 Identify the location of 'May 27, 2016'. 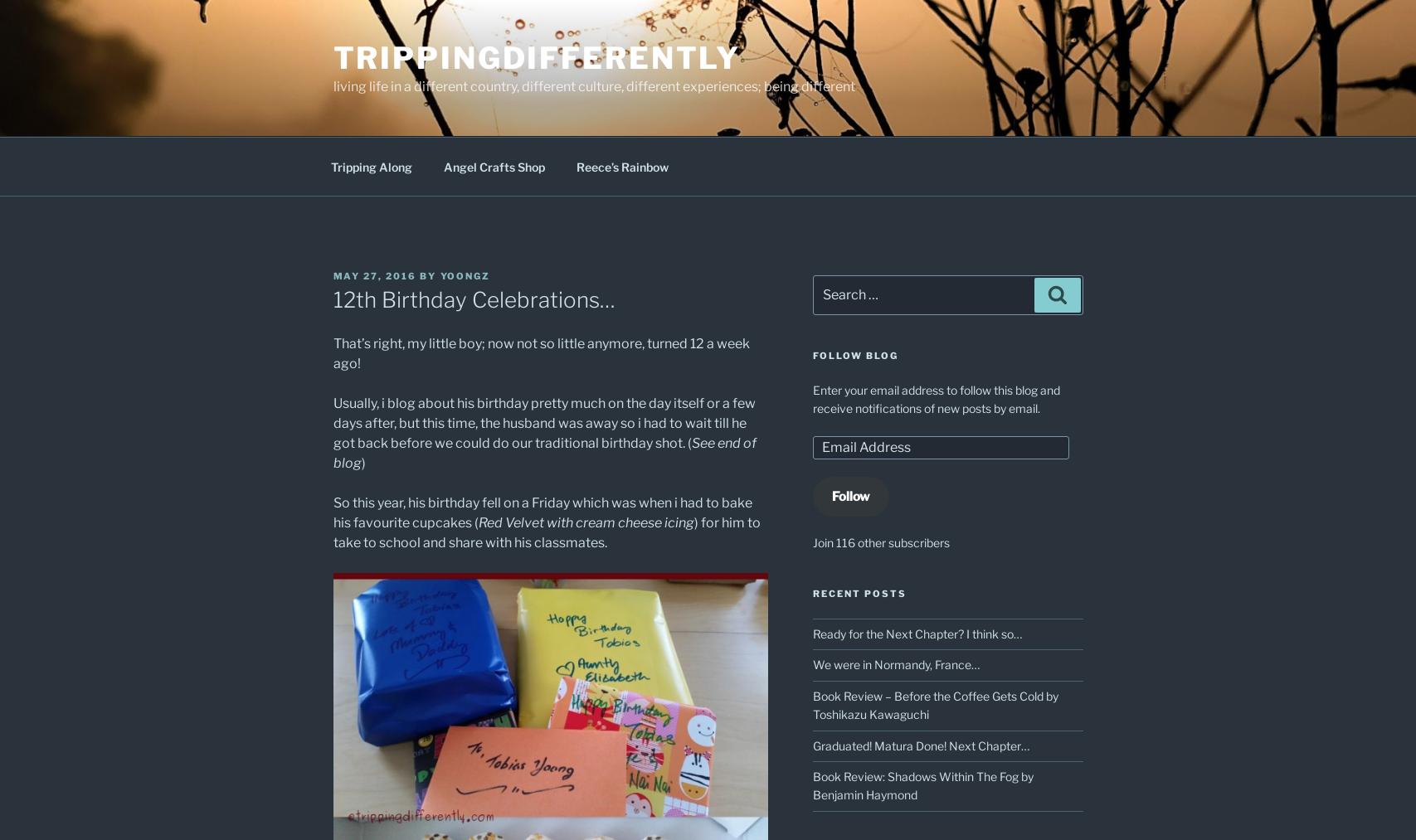
(374, 275).